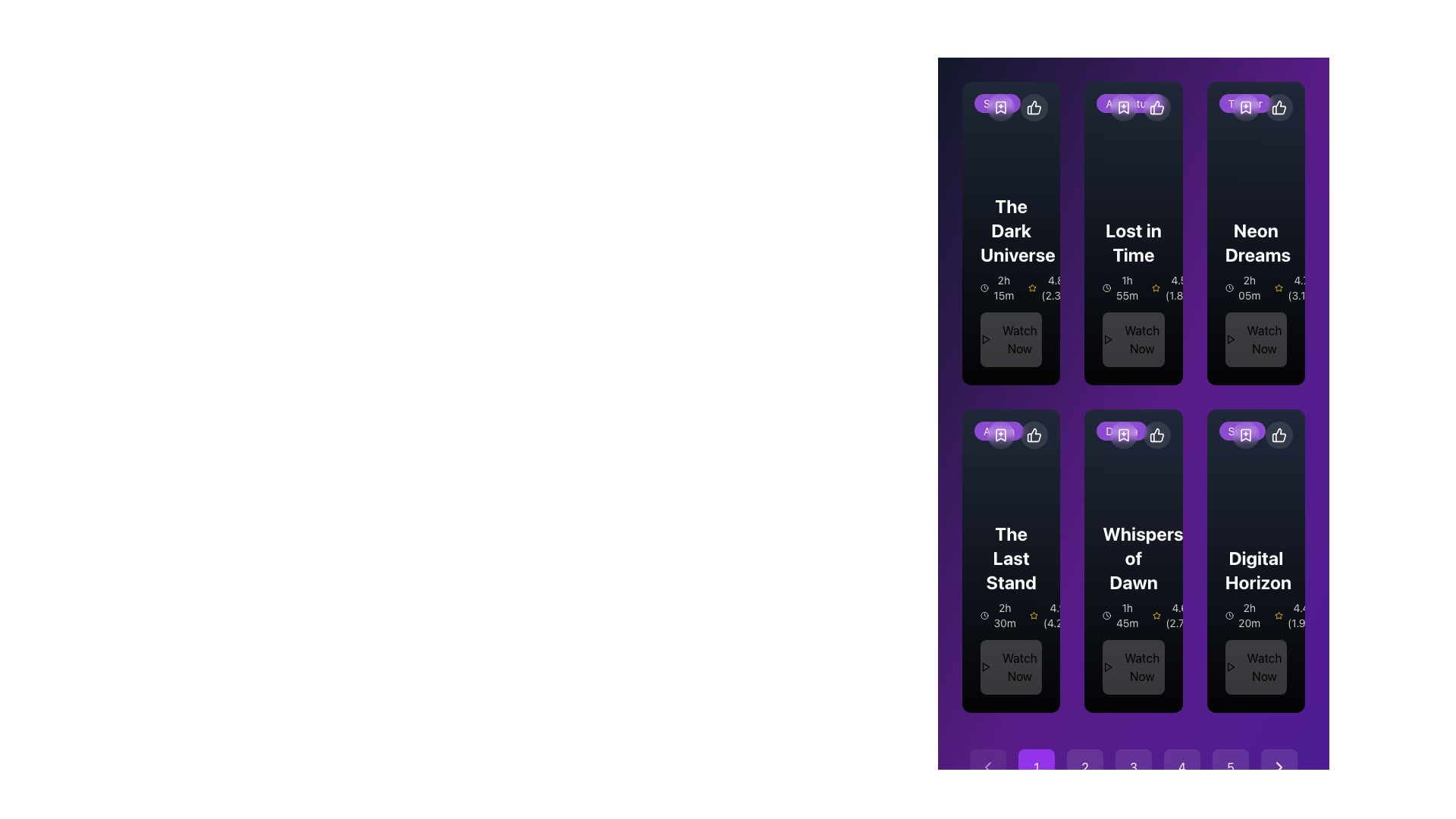 The image size is (1456, 819). Describe the element at coordinates (1133, 288) in the screenshot. I see `the Information display section that shows the content duration and rating for the card titled 'Lost in Time'` at that location.